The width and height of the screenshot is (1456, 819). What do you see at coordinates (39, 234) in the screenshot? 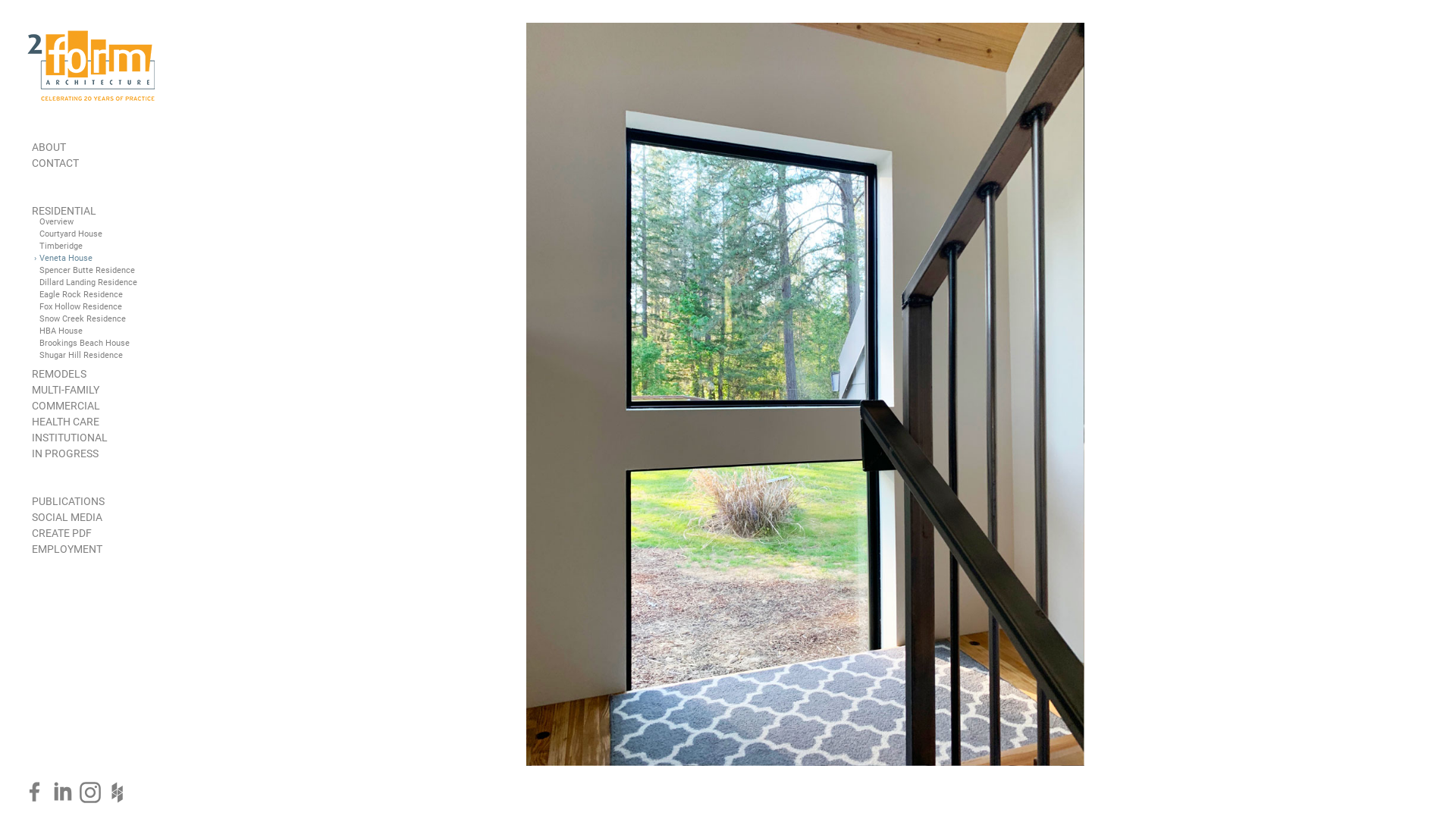
I see `'Courtyard House'` at bounding box center [39, 234].